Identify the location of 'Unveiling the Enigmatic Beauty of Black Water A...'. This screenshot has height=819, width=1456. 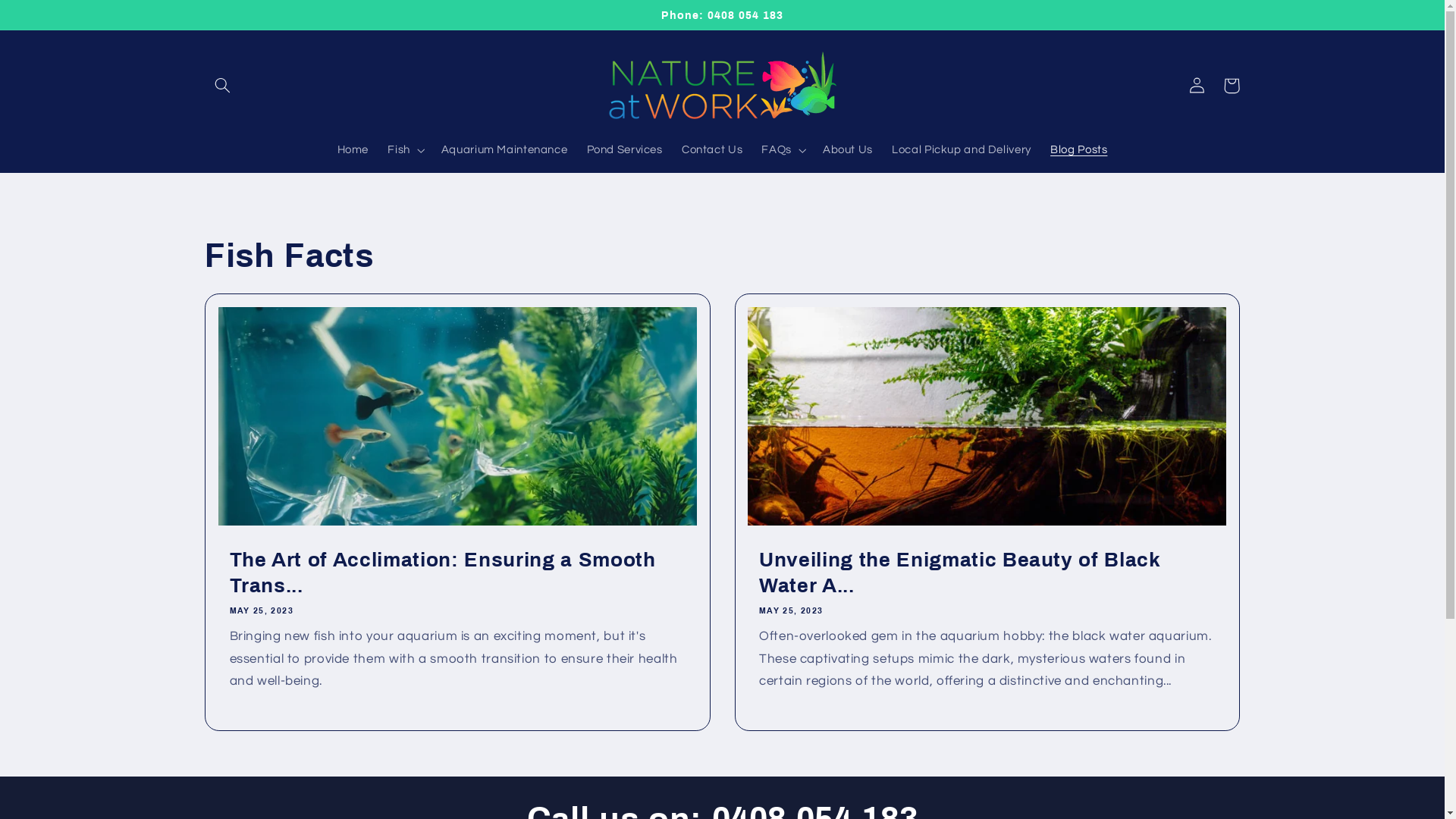
(987, 573).